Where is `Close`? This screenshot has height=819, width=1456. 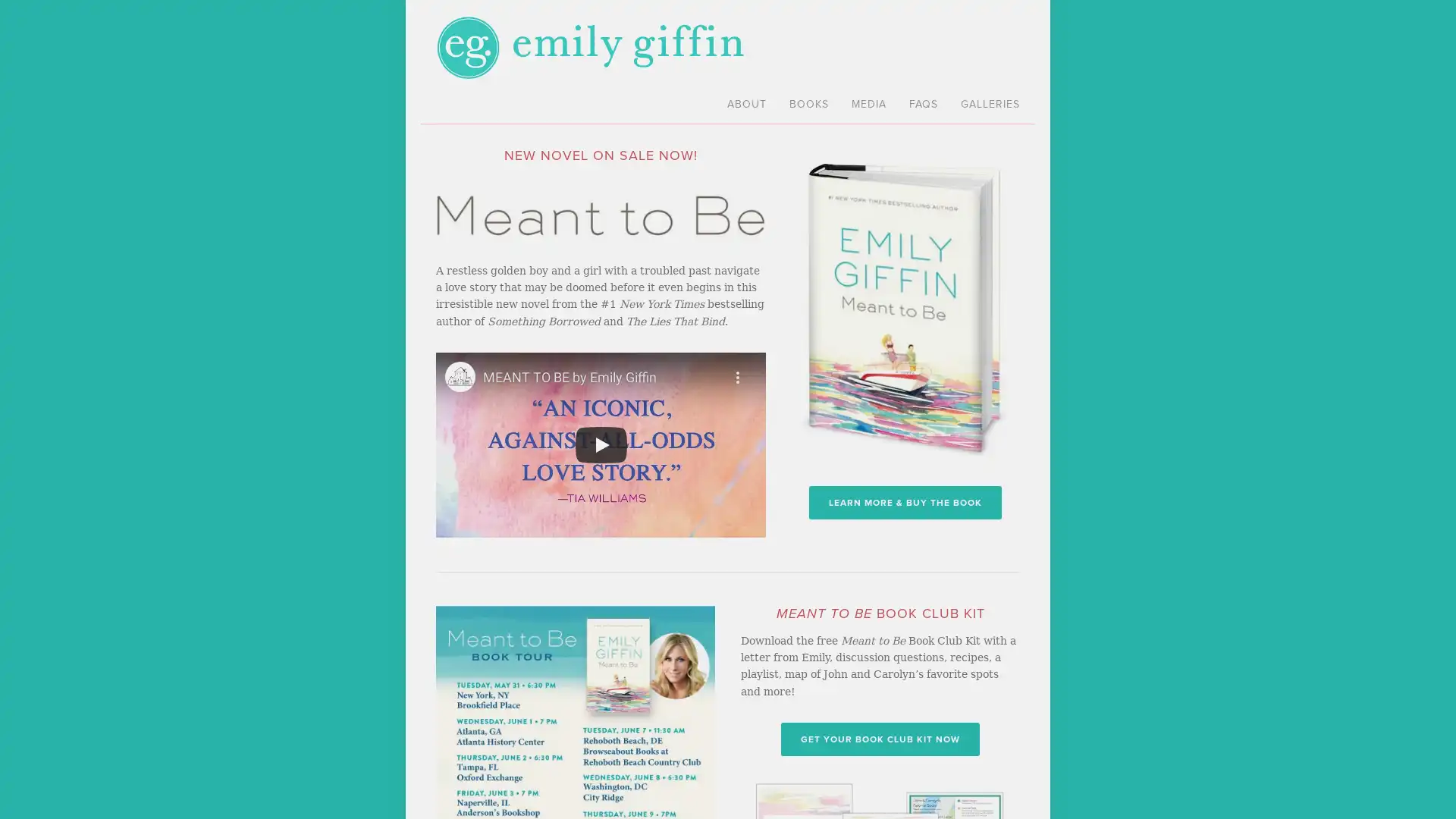 Close is located at coordinates (946, 278).